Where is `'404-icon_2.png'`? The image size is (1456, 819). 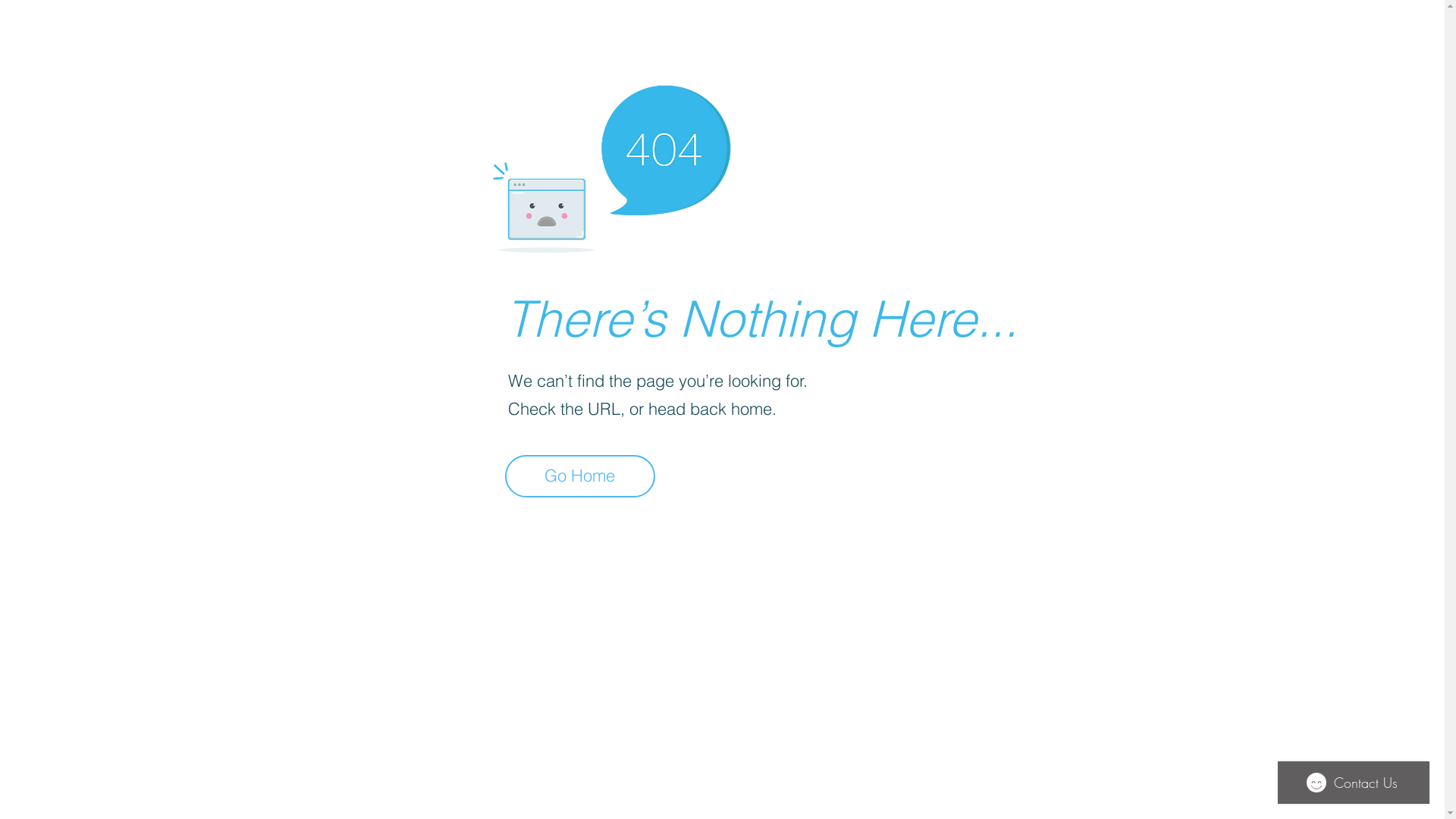
'404-icon_2.png' is located at coordinates (610, 165).